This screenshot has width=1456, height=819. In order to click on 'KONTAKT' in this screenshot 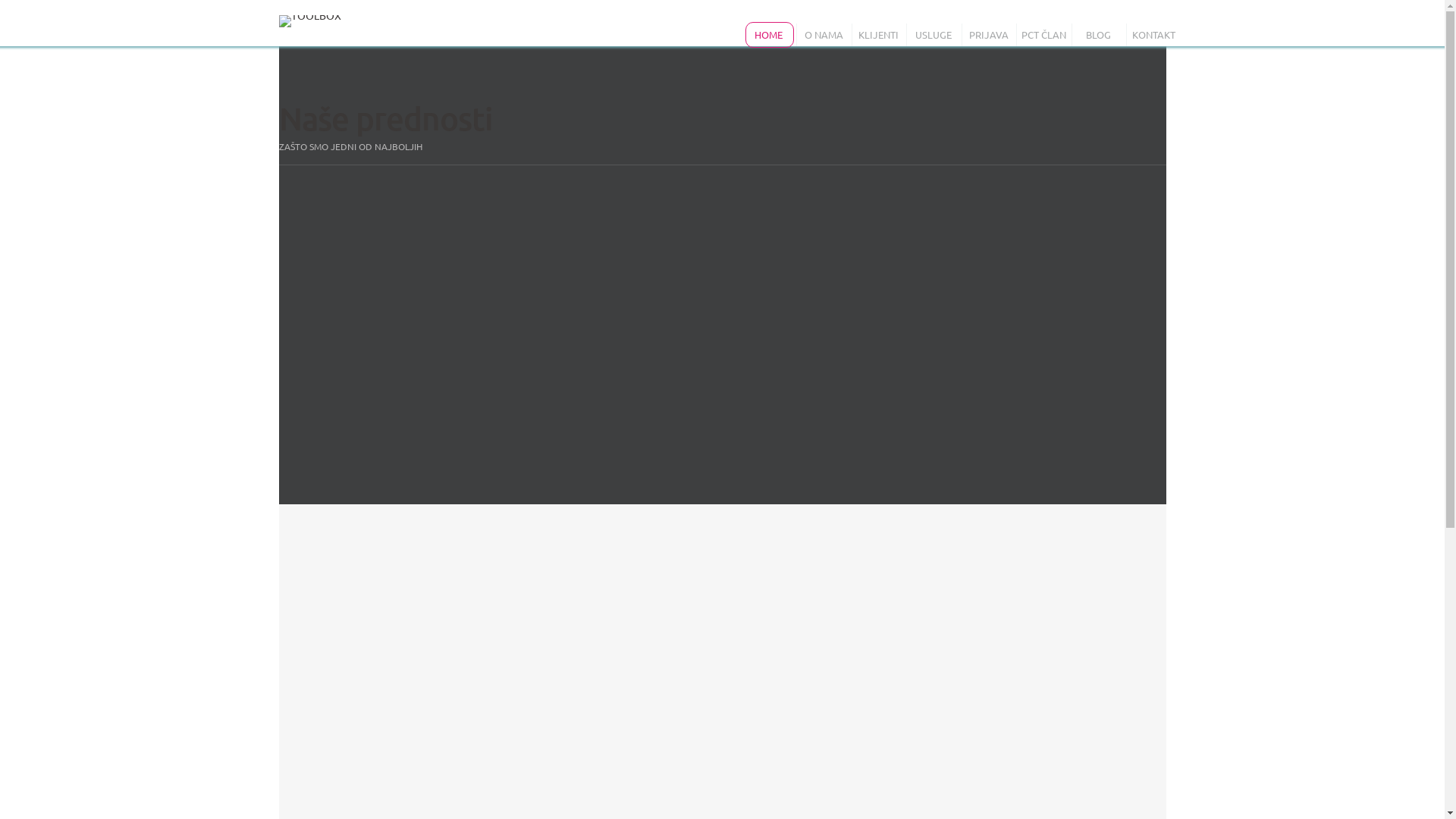, I will do `click(1129, 34)`.